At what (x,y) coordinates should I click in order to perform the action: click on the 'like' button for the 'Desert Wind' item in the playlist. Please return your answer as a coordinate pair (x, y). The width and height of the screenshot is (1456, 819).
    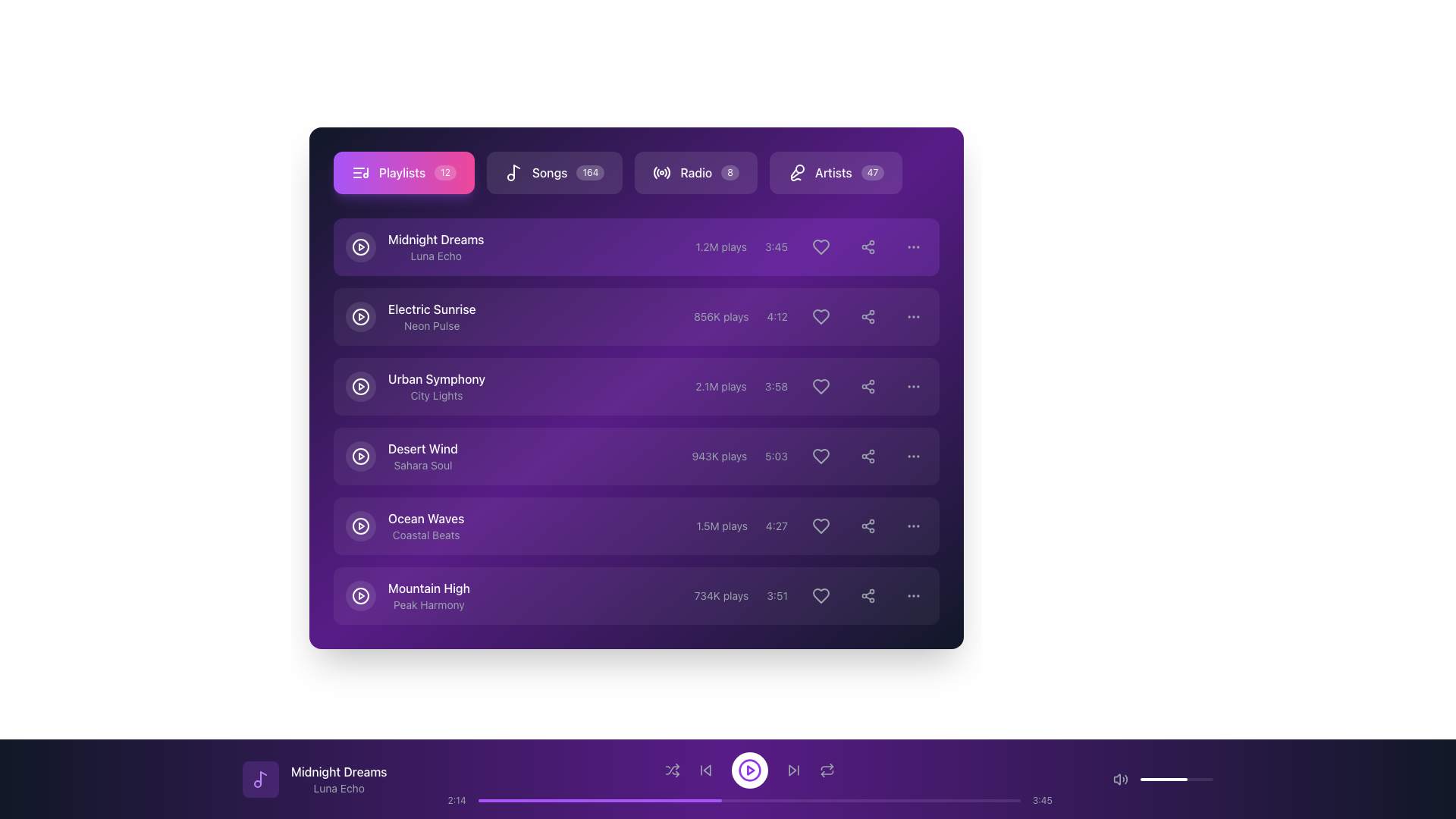
    Looking at the image, I should click on (808, 455).